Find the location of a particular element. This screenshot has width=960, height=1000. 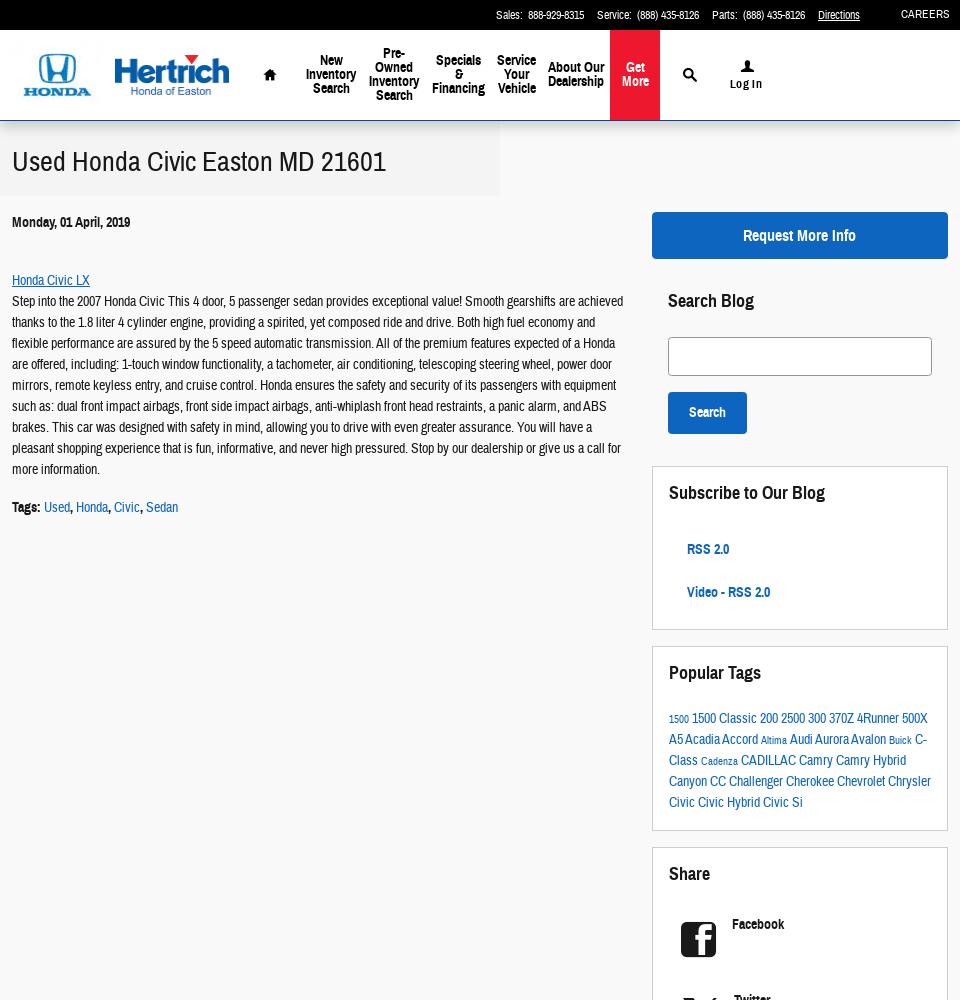

'Directions' is located at coordinates (839, 15).